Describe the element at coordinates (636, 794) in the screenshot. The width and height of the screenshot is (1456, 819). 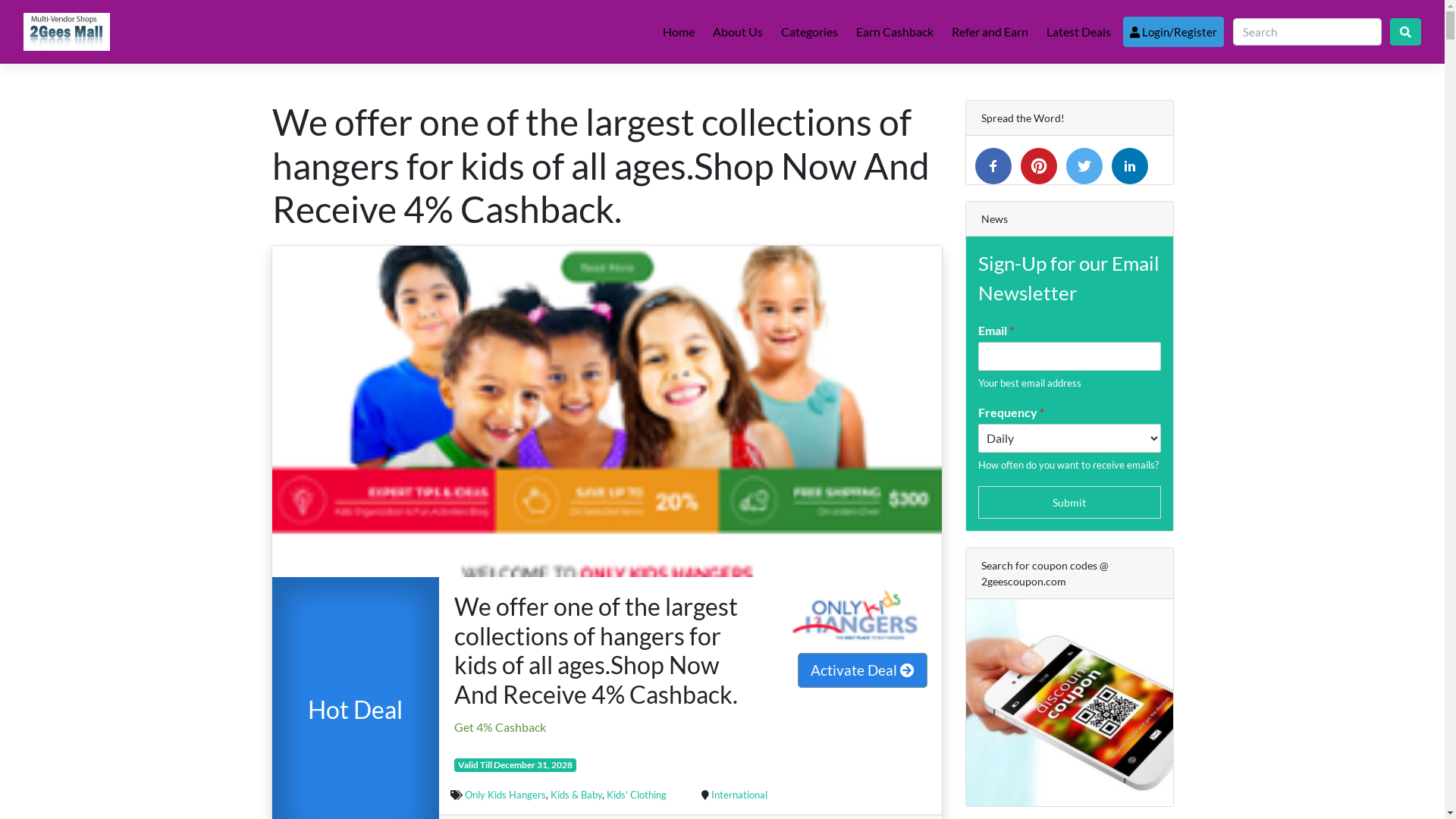
I see `'Kids' Clothing'` at that location.